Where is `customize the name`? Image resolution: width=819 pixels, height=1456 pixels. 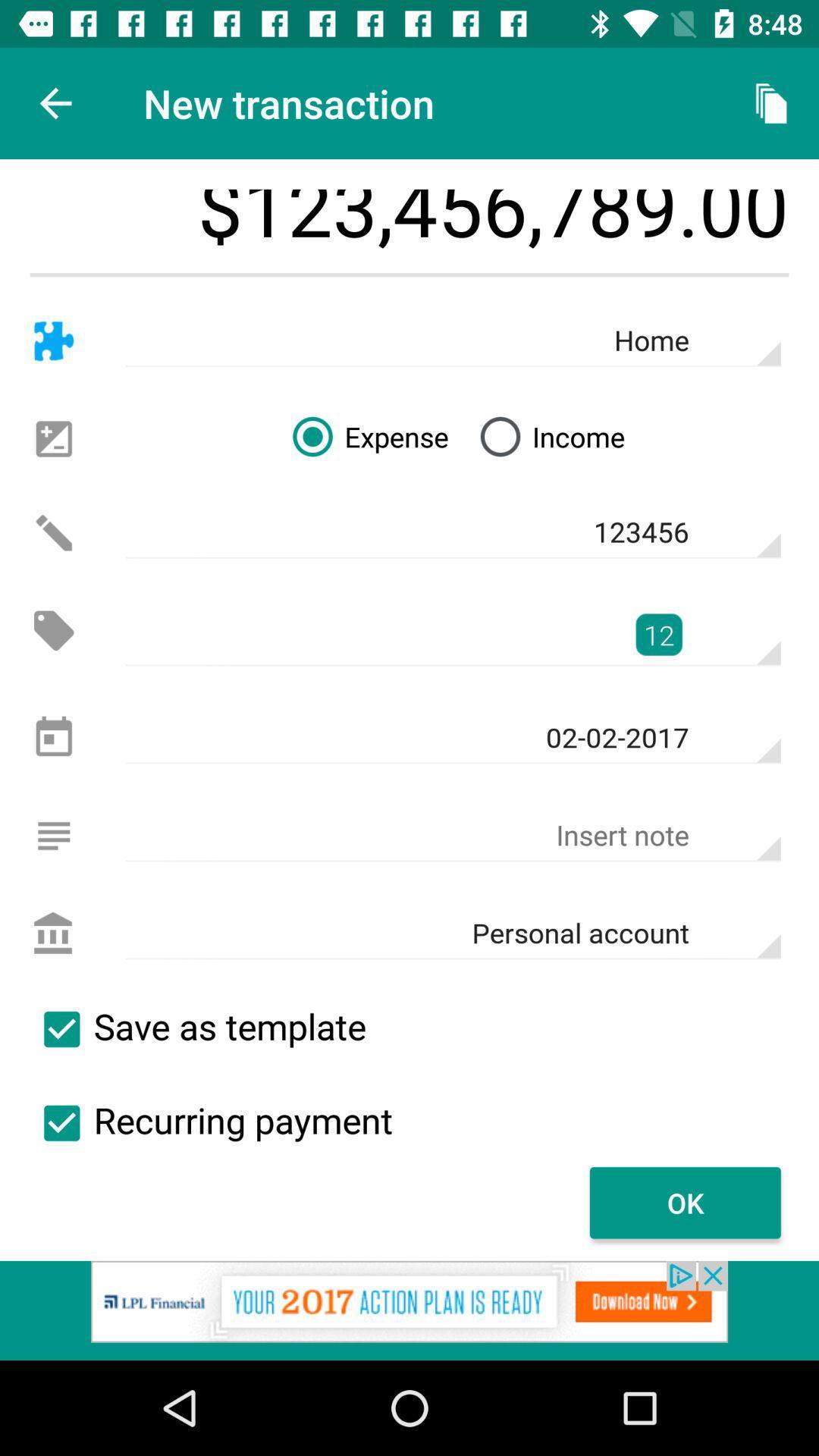
customize the name is located at coordinates (53, 340).